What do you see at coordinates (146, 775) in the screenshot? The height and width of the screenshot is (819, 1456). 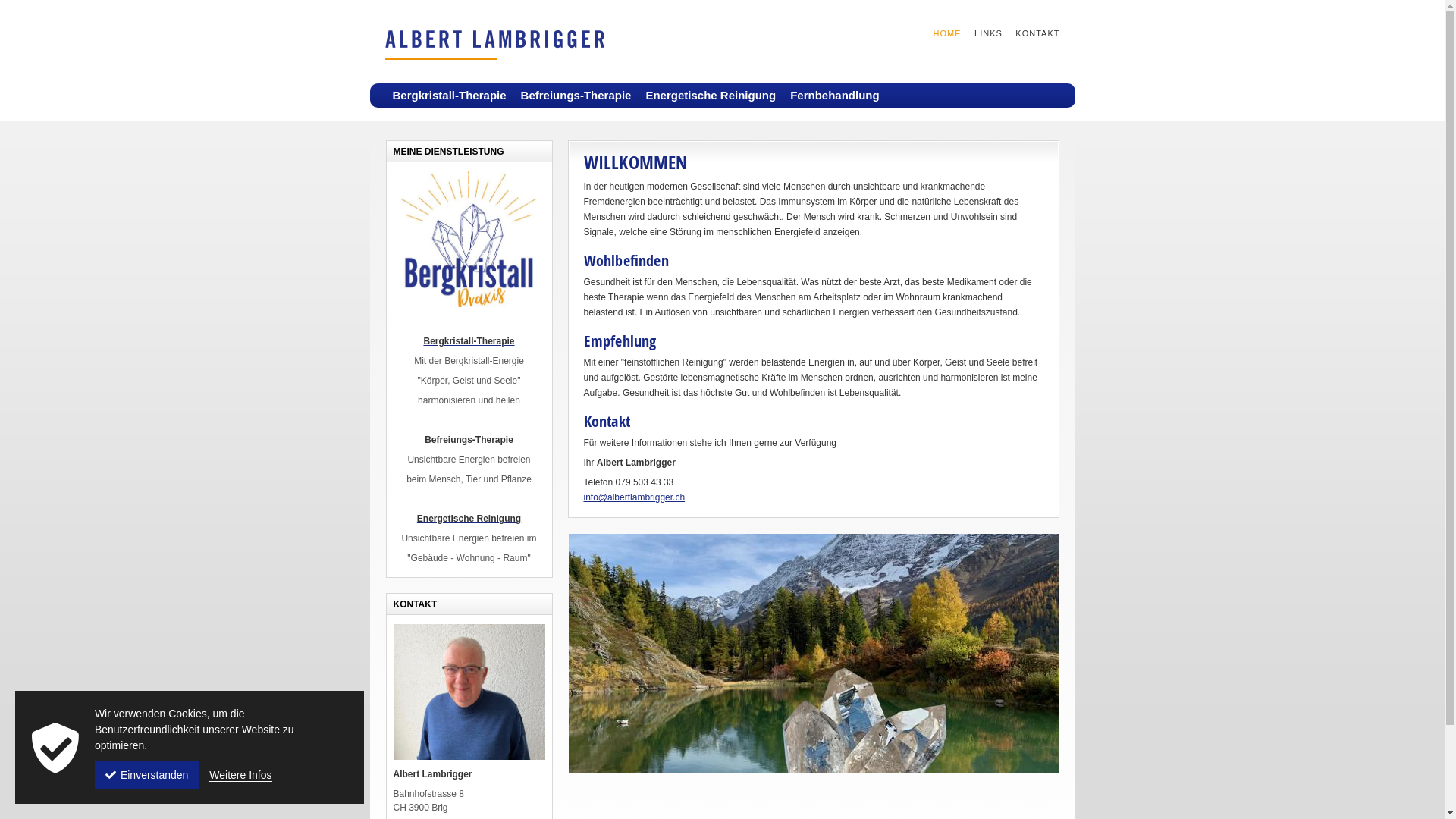 I see `'Einverstanden'` at bounding box center [146, 775].